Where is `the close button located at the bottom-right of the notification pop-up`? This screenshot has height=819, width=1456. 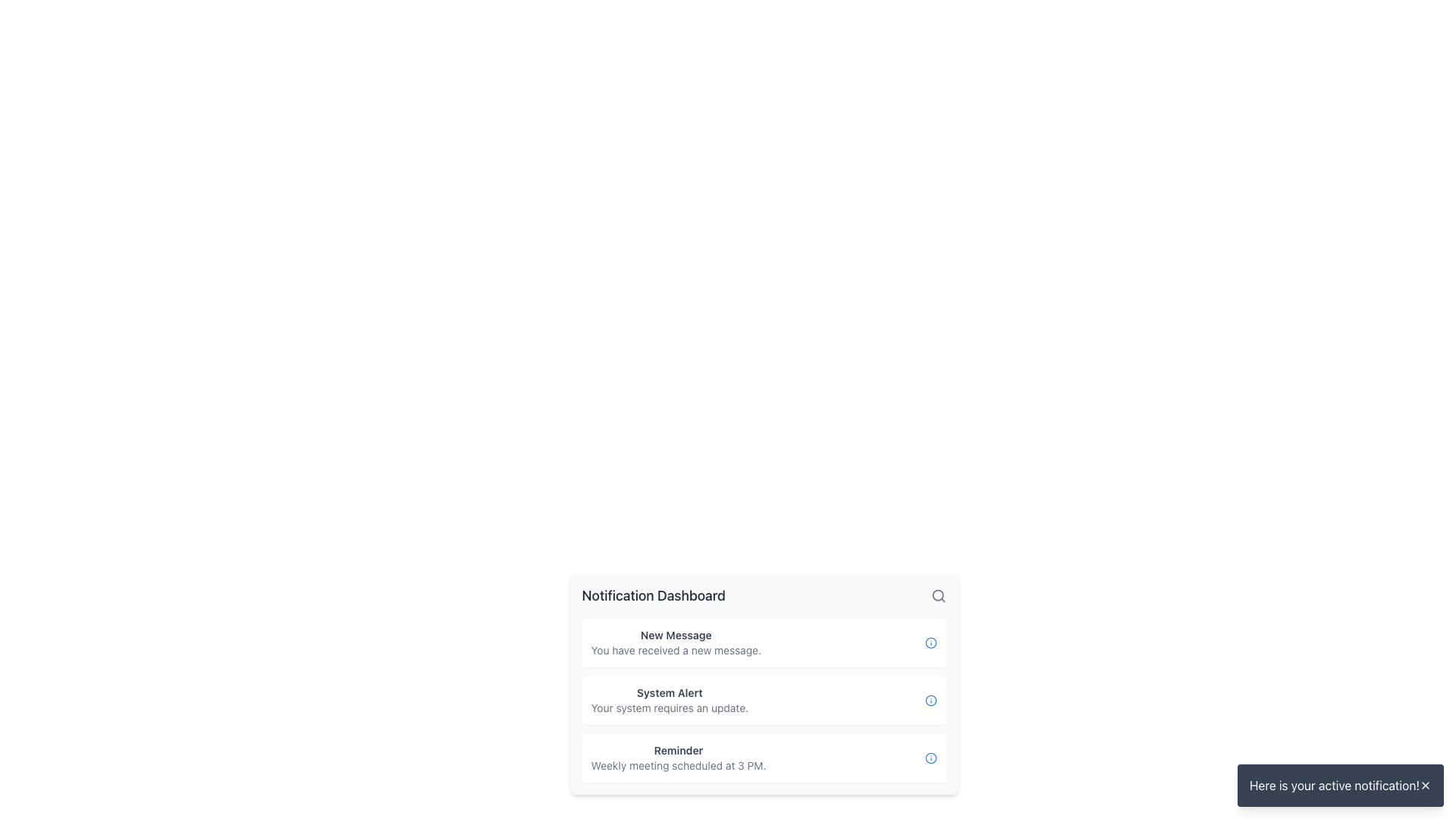
the close button located at the bottom-right of the notification pop-up is located at coordinates (1425, 785).